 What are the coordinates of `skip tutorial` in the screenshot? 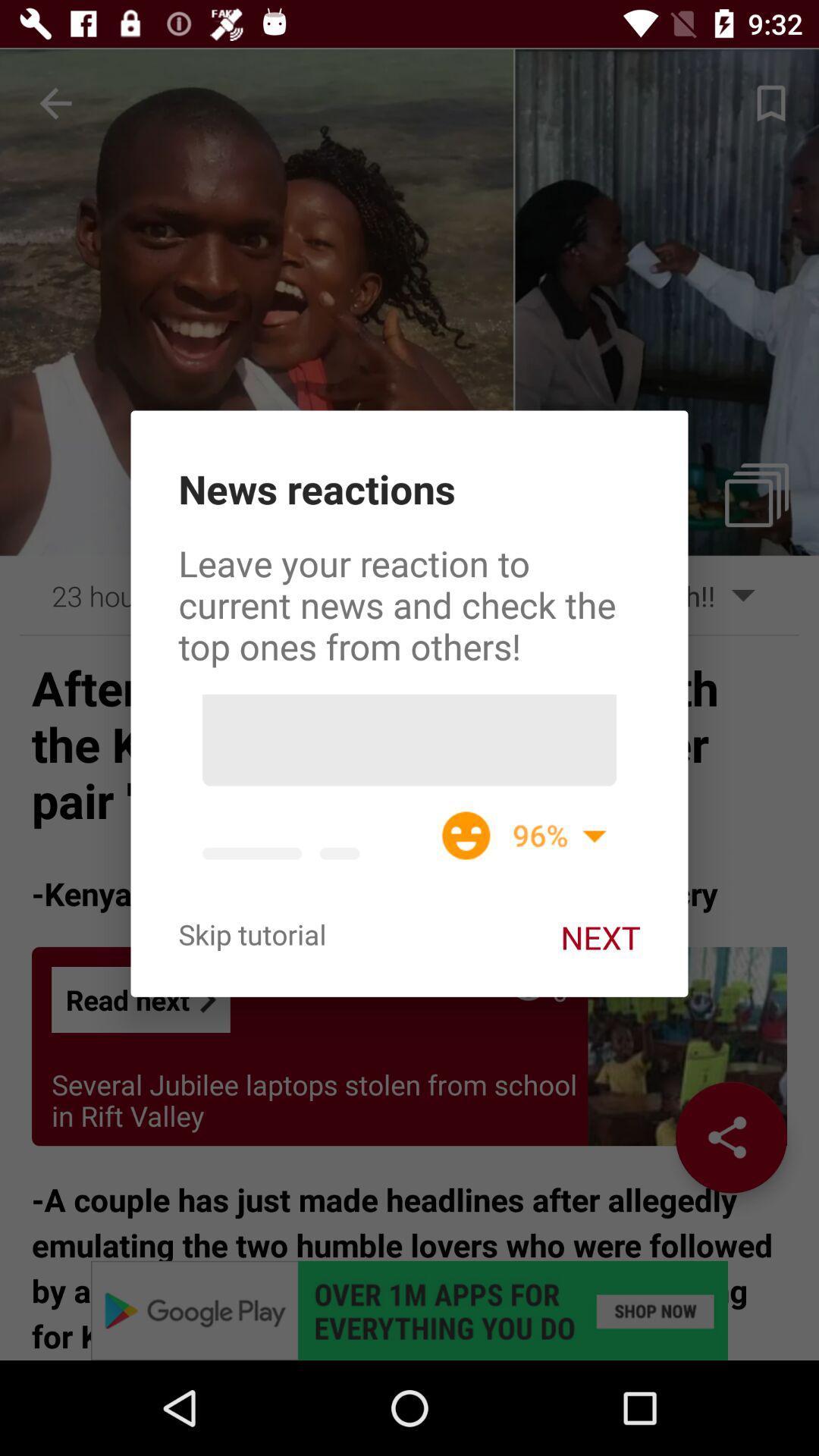 It's located at (251, 934).